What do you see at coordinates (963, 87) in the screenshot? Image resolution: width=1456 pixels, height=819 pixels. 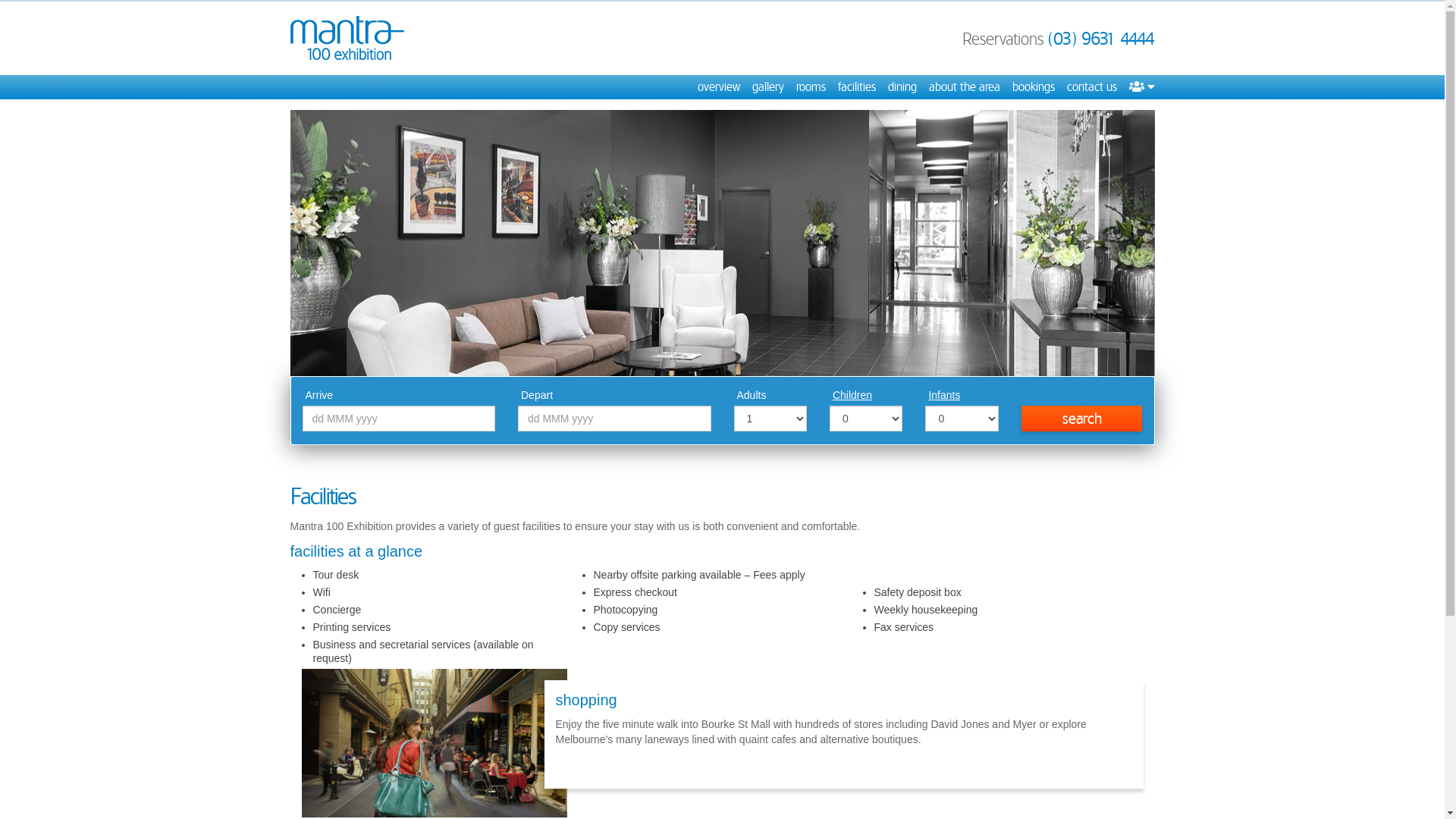 I see `'about the area'` at bounding box center [963, 87].